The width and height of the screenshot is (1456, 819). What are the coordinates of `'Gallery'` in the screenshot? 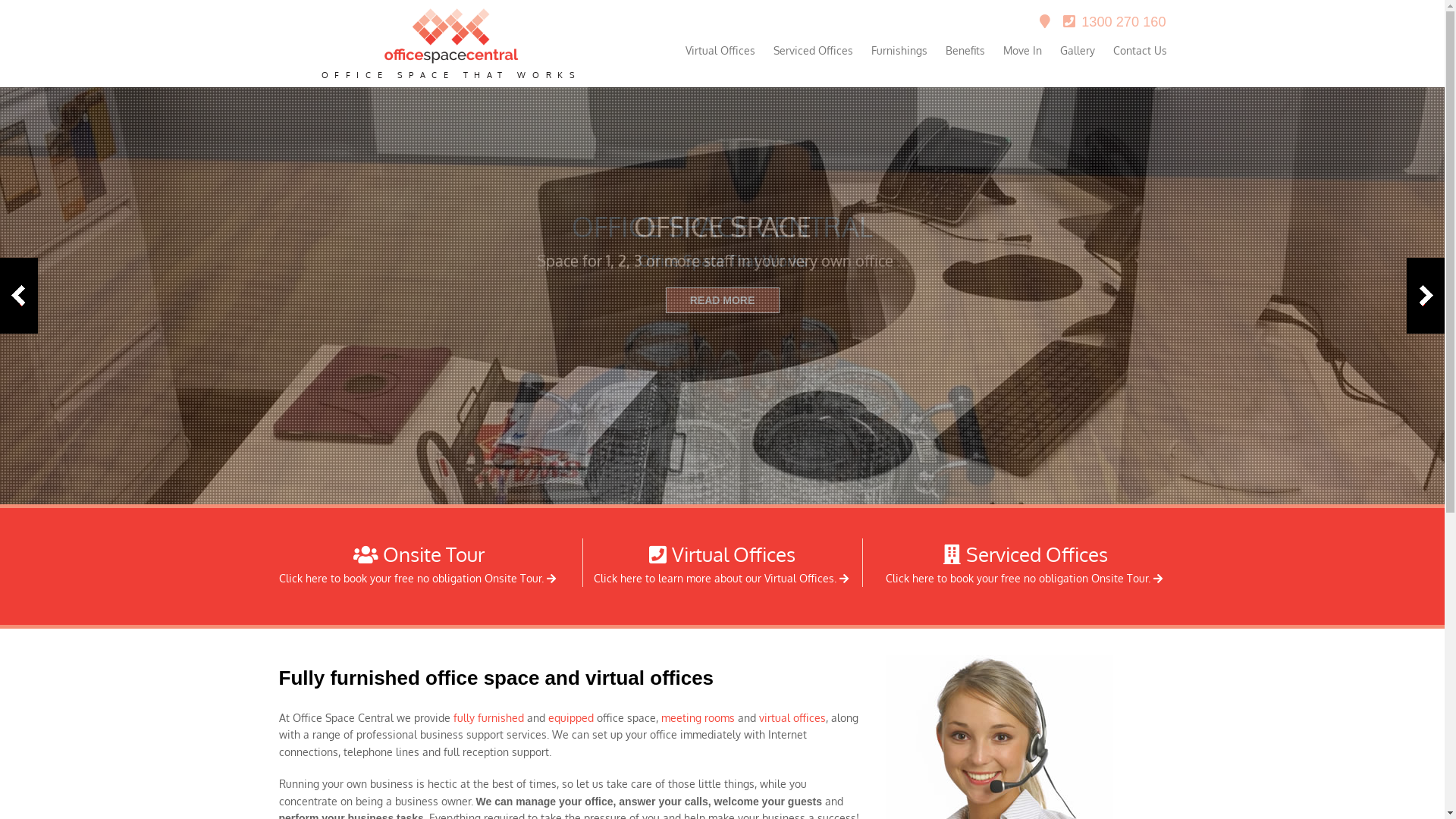 It's located at (1076, 49).